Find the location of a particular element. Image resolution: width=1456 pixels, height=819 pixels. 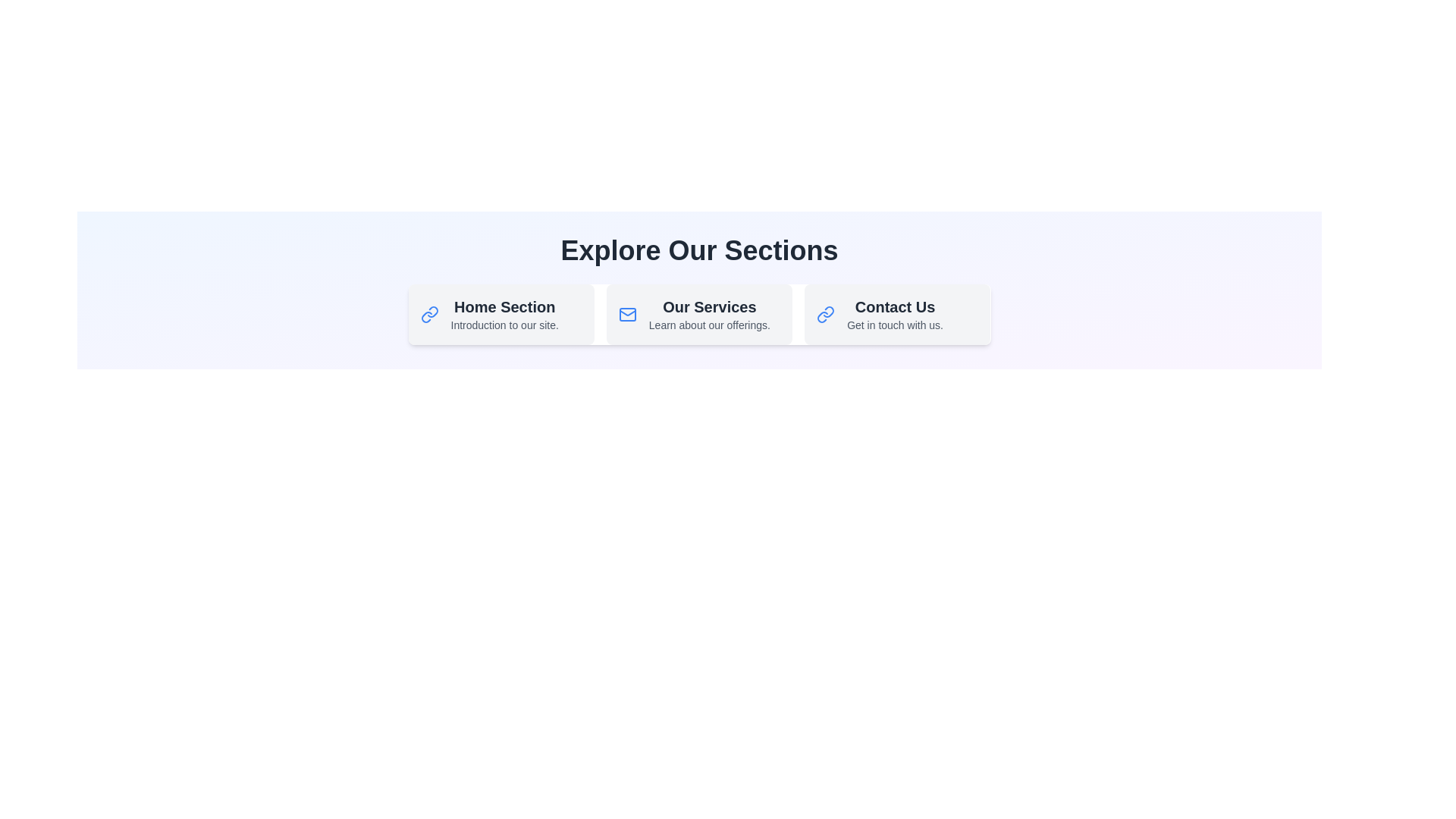

the icon located at the beginning of the 'Home Section' card, to the left of the 'Home Section' text in the 'Explore Our Sections' interface is located at coordinates (428, 314).